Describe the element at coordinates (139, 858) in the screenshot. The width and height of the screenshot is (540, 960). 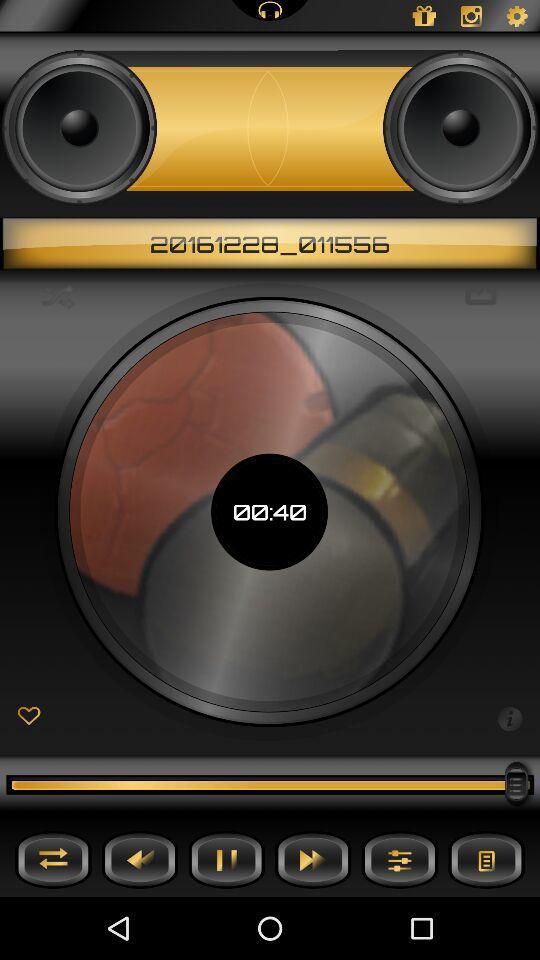
I see `go back` at that location.